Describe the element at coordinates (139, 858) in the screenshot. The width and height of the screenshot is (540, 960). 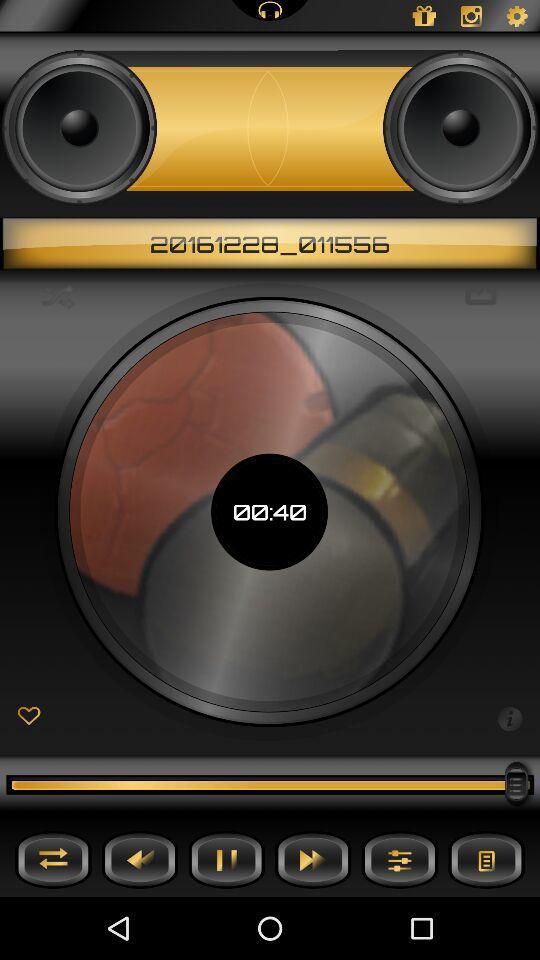
I see `go back` at that location.